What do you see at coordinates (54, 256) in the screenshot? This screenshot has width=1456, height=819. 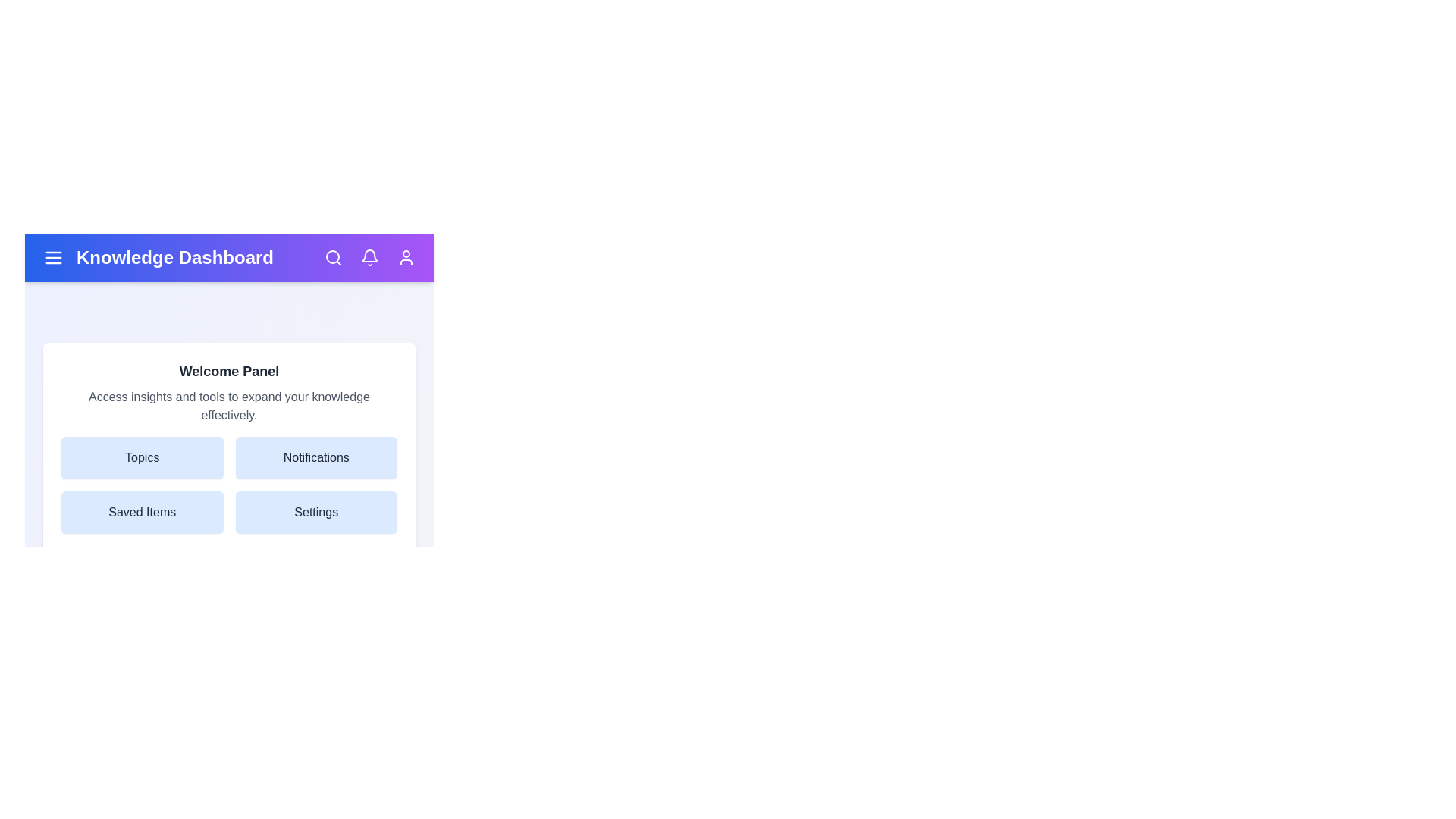 I see `the menu icon to toggle the menu visibility` at bounding box center [54, 256].